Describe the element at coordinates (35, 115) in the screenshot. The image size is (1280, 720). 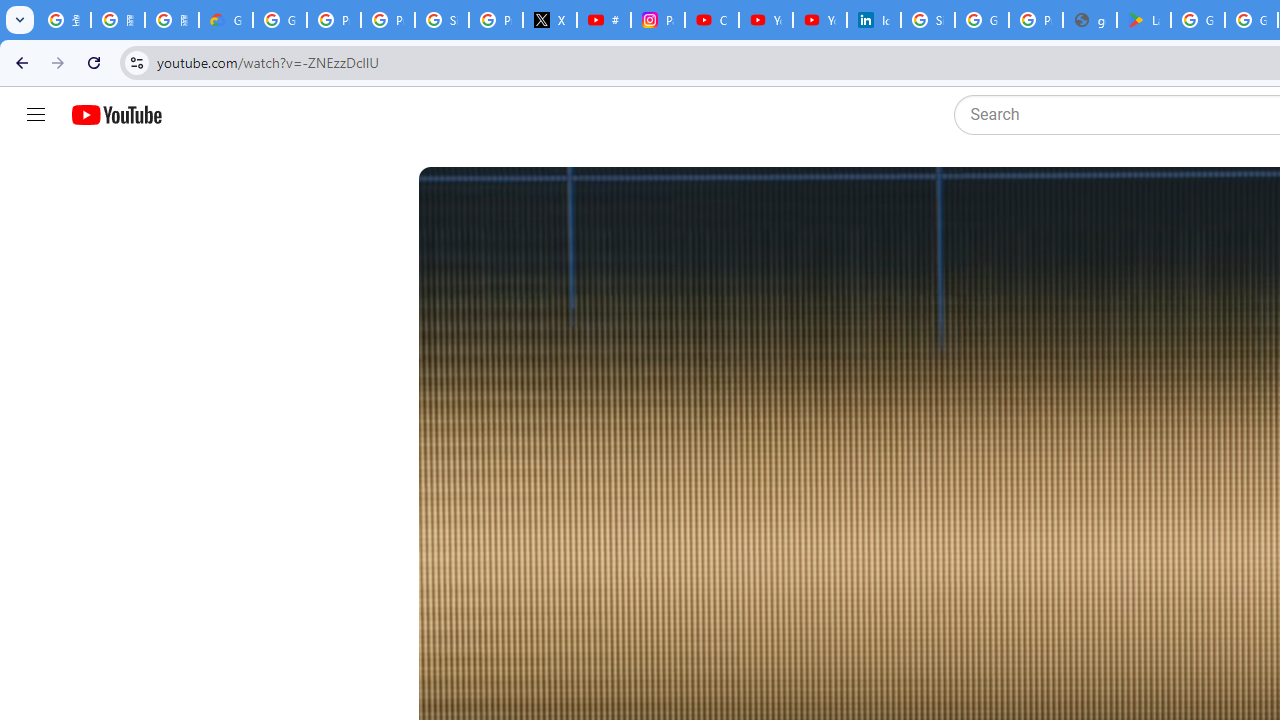
I see `'Guide'` at that location.